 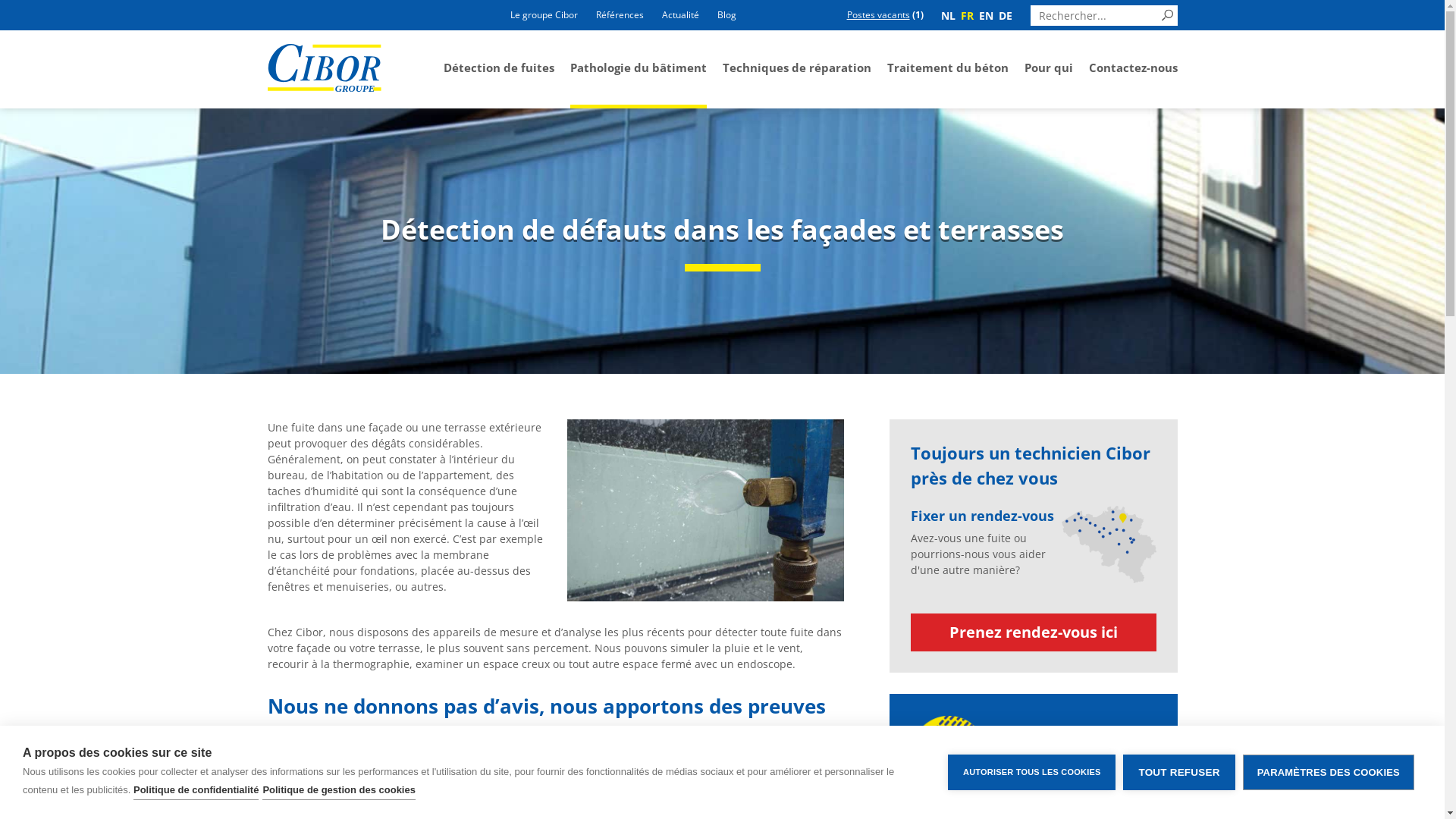 I want to click on 'Search', so click(x=1166, y=16).